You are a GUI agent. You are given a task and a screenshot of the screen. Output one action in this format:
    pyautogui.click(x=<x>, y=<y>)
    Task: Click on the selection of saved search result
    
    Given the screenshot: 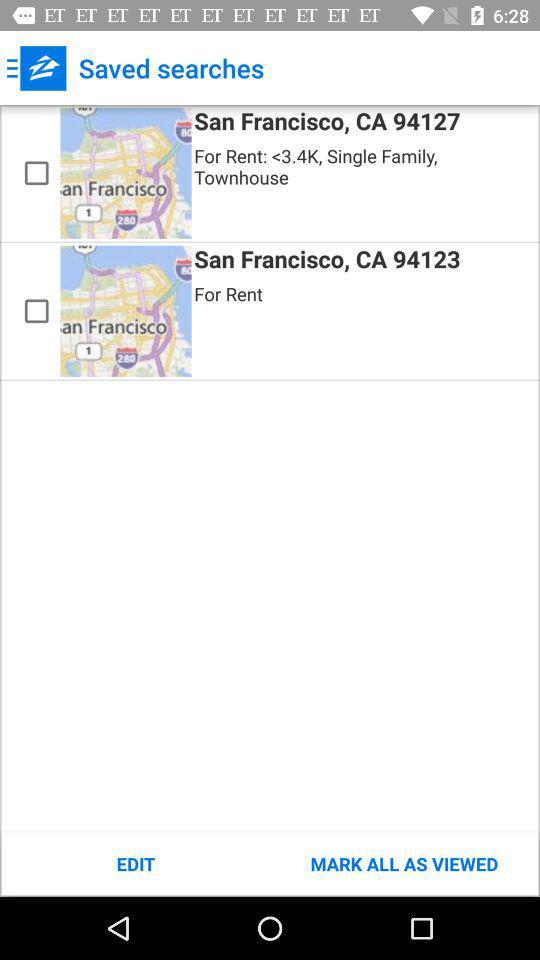 What is the action you would take?
    pyautogui.click(x=36, y=311)
    